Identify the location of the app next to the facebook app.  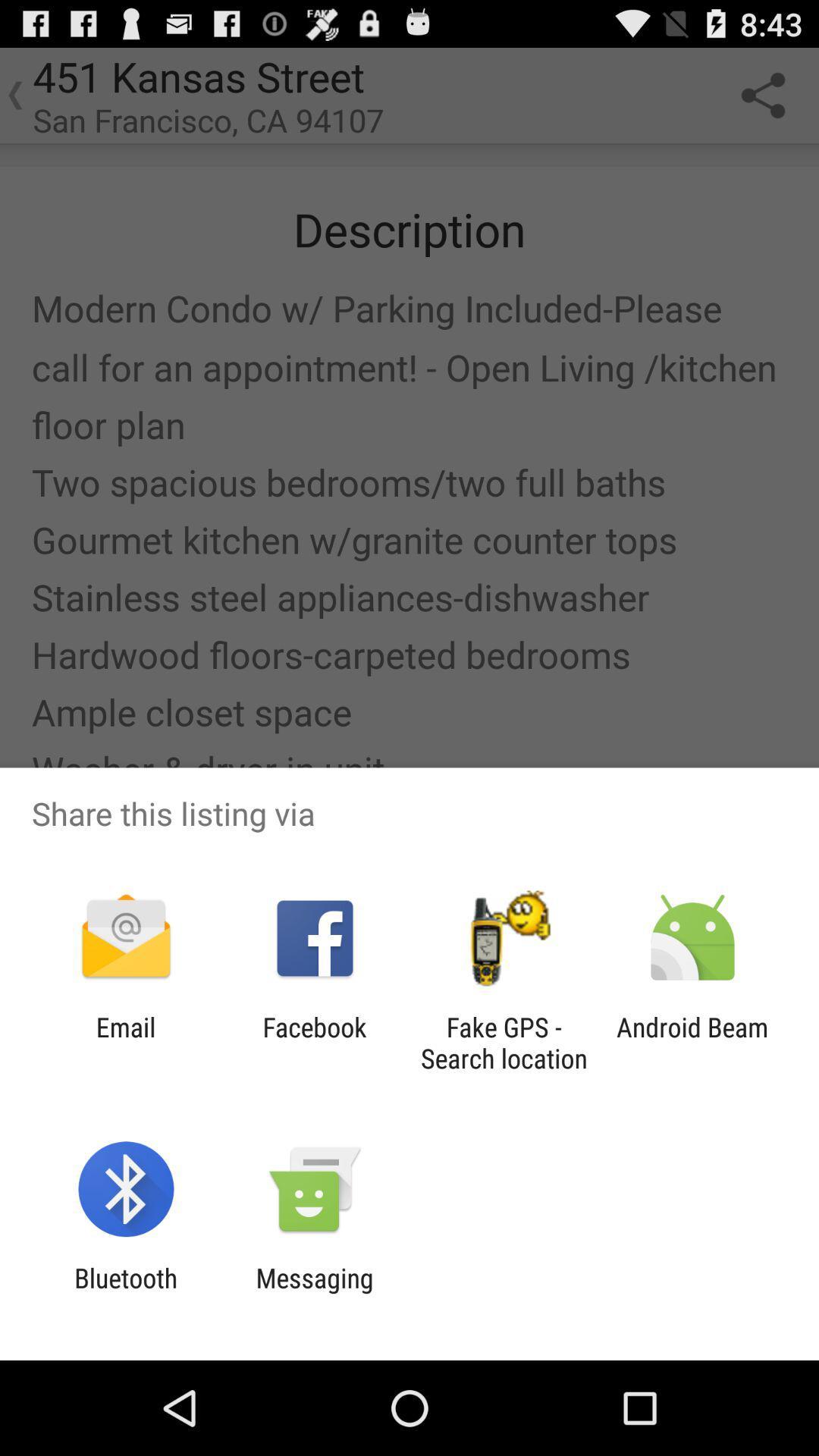
(125, 1042).